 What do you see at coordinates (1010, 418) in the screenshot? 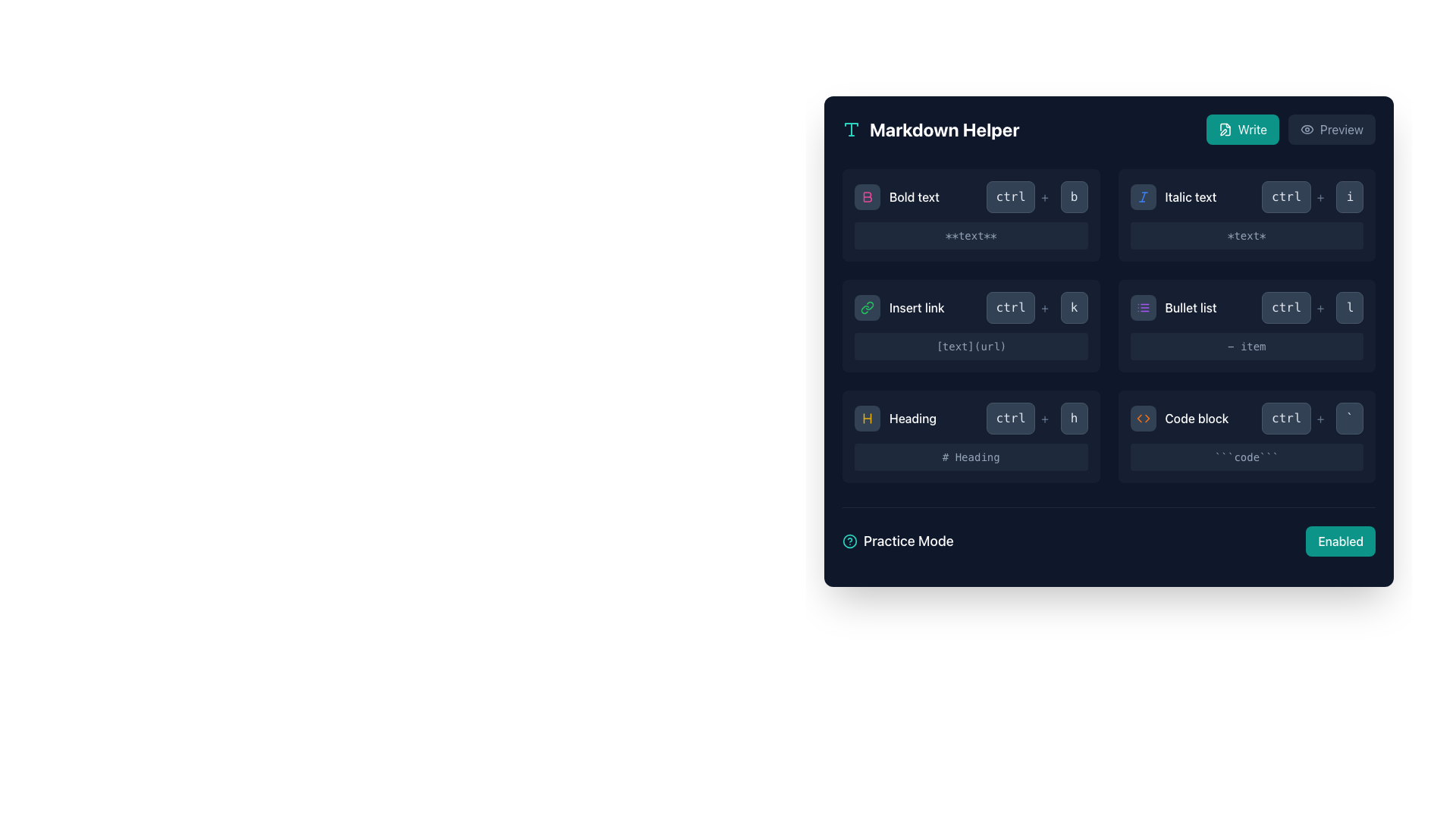
I see `the static label styled as a button representing the 'ctrl' keyboard key, which has a dark slate-gray background and white text, located to the left of a '+' symbol in the lower-right section of the grid layout` at bounding box center [1010, 418].